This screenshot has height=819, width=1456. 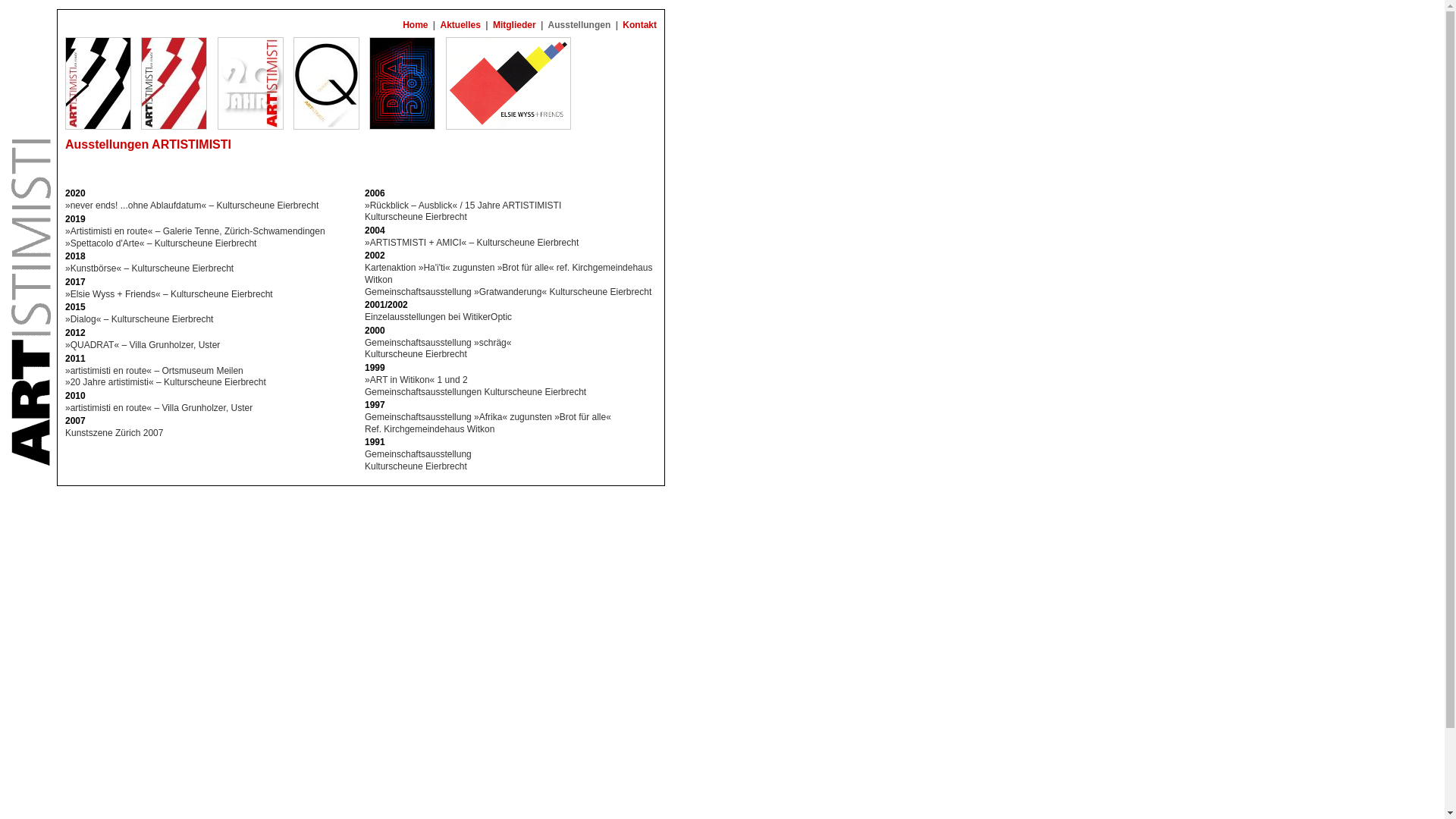 What do you see at coordinates (639, 25) in the screenshot?
I see `'Kontakt'` at bounding box center [639, 25].